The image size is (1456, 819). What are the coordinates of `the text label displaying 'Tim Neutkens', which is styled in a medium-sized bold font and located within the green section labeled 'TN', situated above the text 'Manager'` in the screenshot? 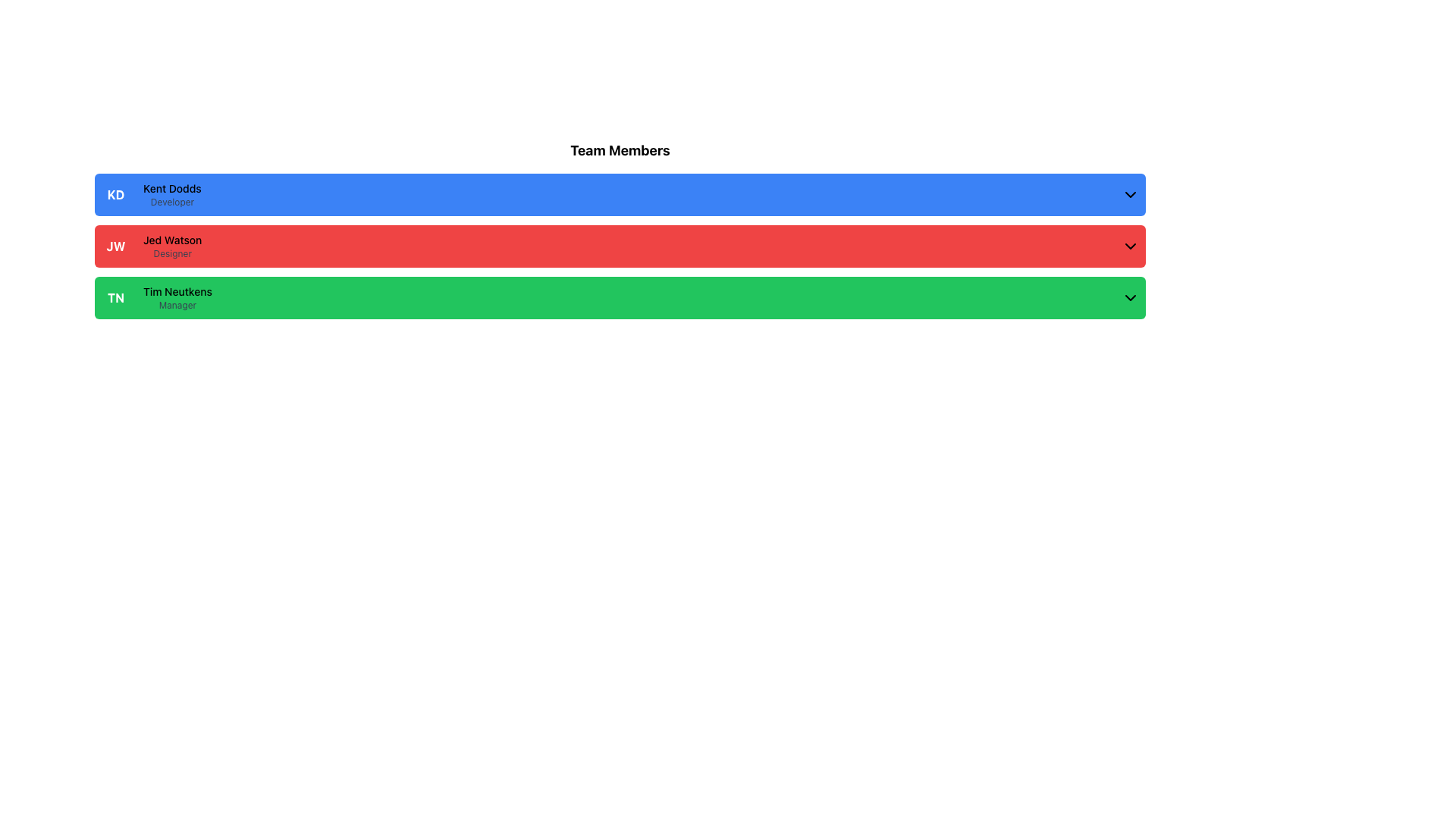 It's located at (177, 292).